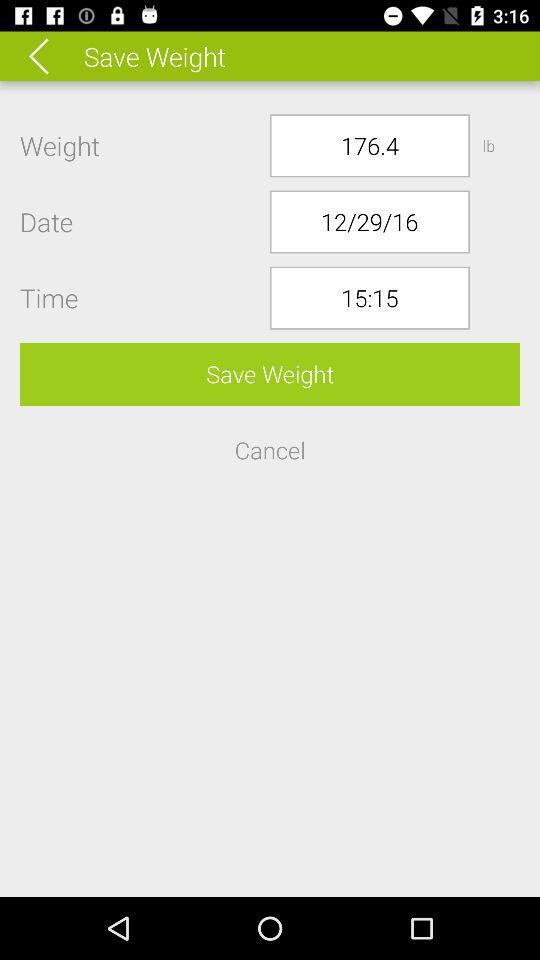 Image resolution: width=540 pixels, height=960 pixels. What do you see at coordinates (368, 297) in the screenshot?
I see `15:15` at bounding box center [368, 297].